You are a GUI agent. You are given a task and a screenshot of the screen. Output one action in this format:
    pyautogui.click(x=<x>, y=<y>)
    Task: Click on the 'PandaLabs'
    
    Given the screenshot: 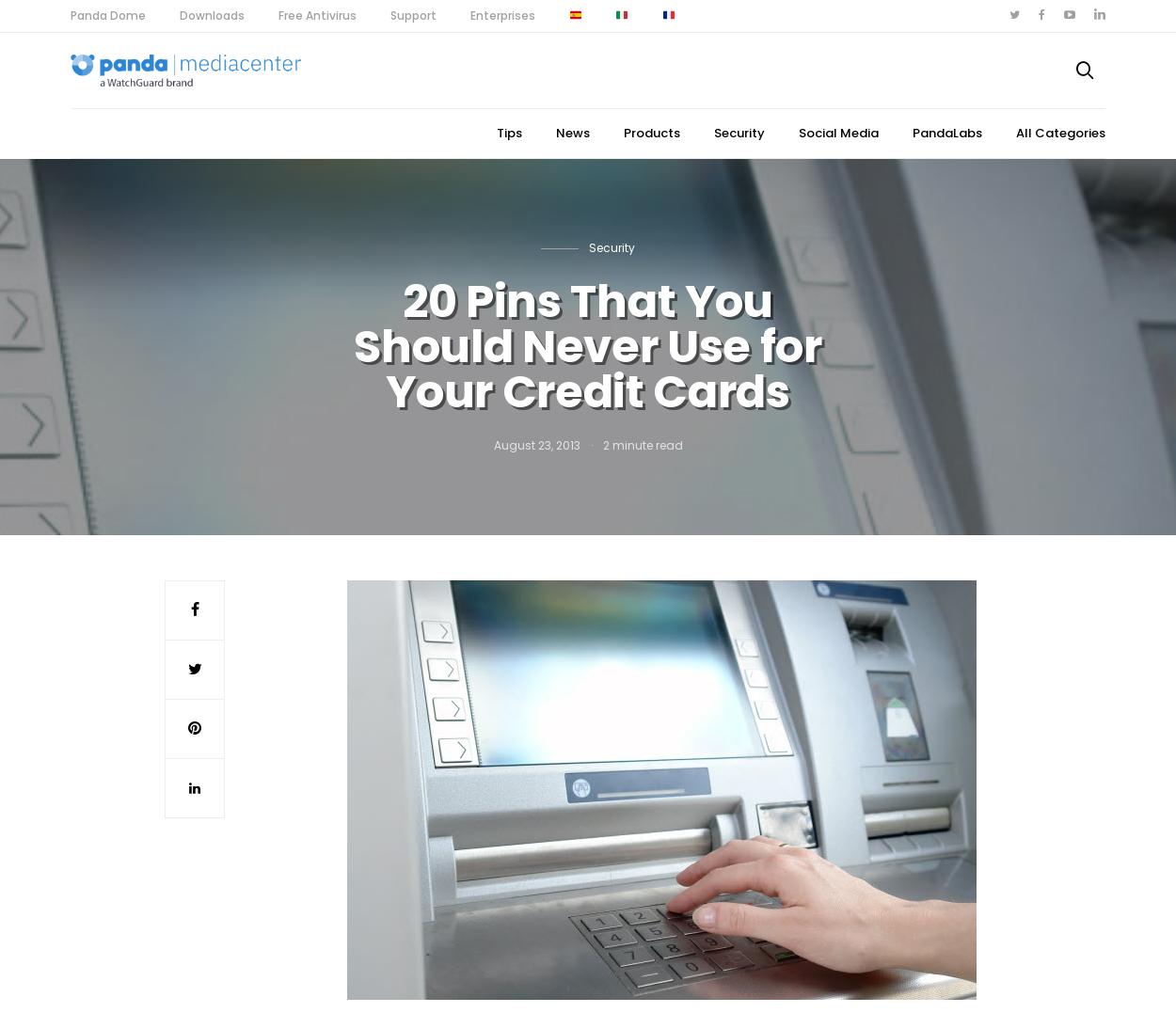 What is the action you would take?
    pyautogui.click(x=947, y=133)
    